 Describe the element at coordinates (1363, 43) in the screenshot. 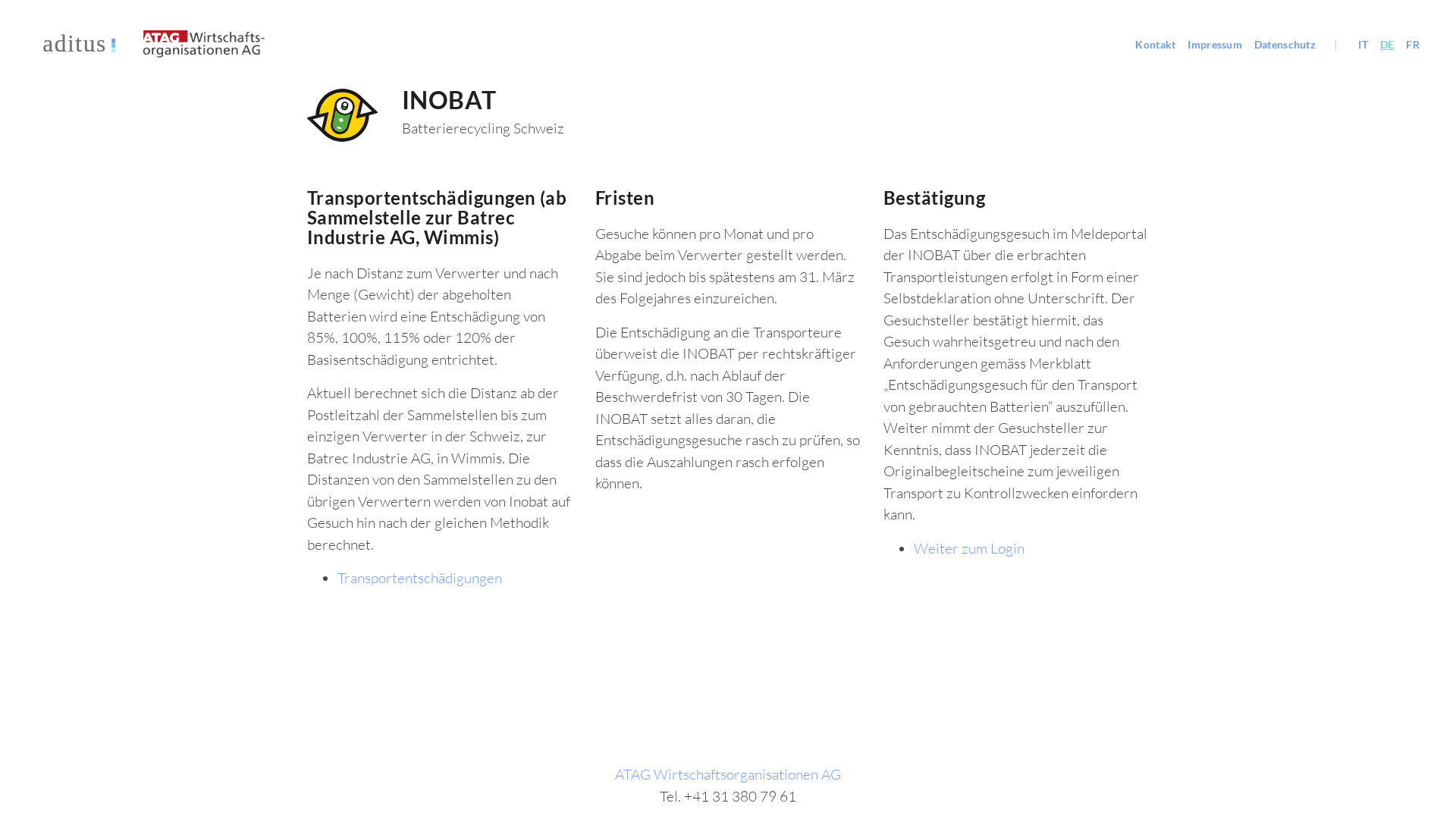

I see `'IT'` at that location.